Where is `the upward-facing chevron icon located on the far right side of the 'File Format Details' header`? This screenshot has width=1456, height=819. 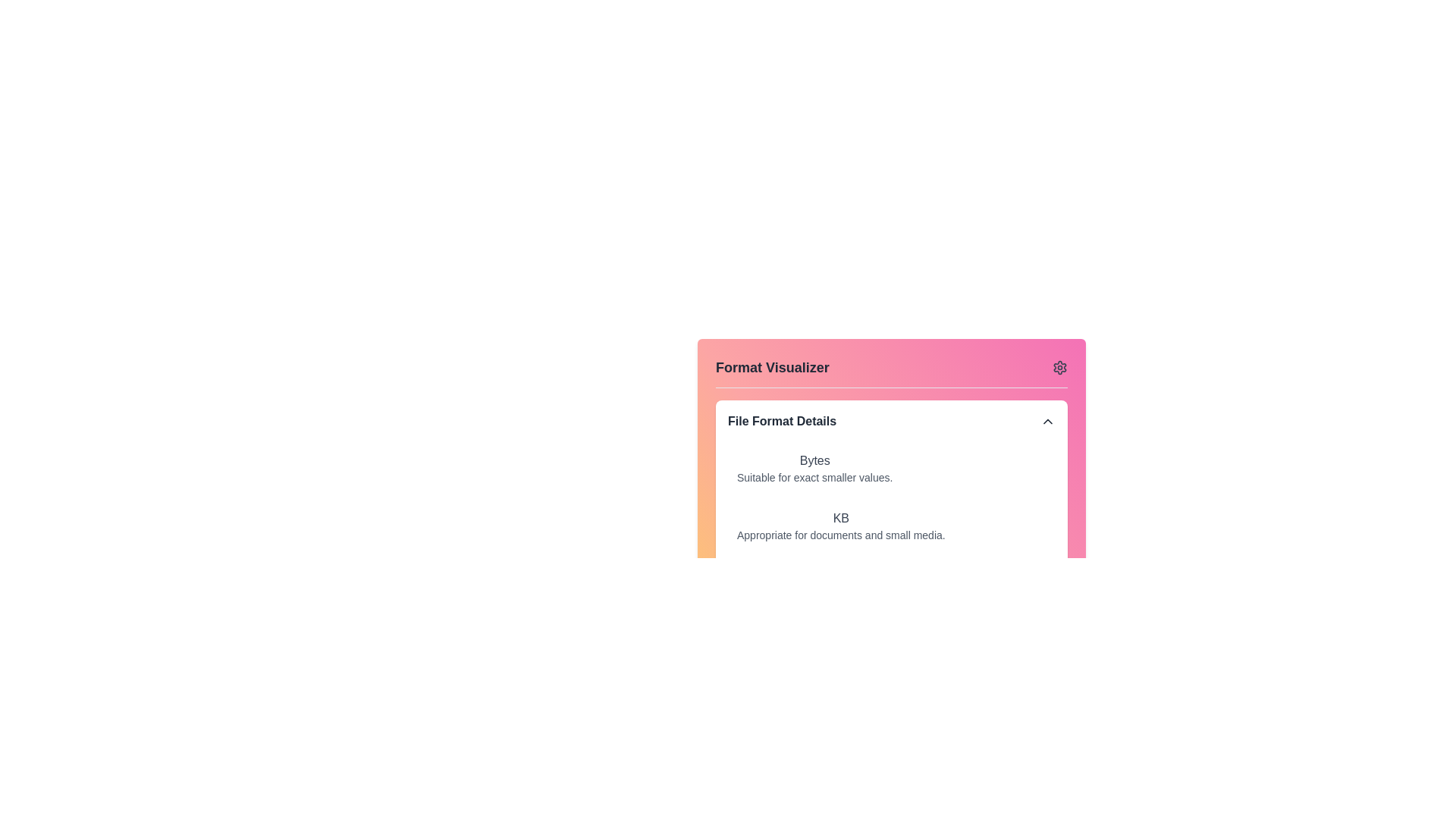 the upward-facing chevron icon located on the far right side of the 'File Format Details' header is located at coordinates (1047, 421).